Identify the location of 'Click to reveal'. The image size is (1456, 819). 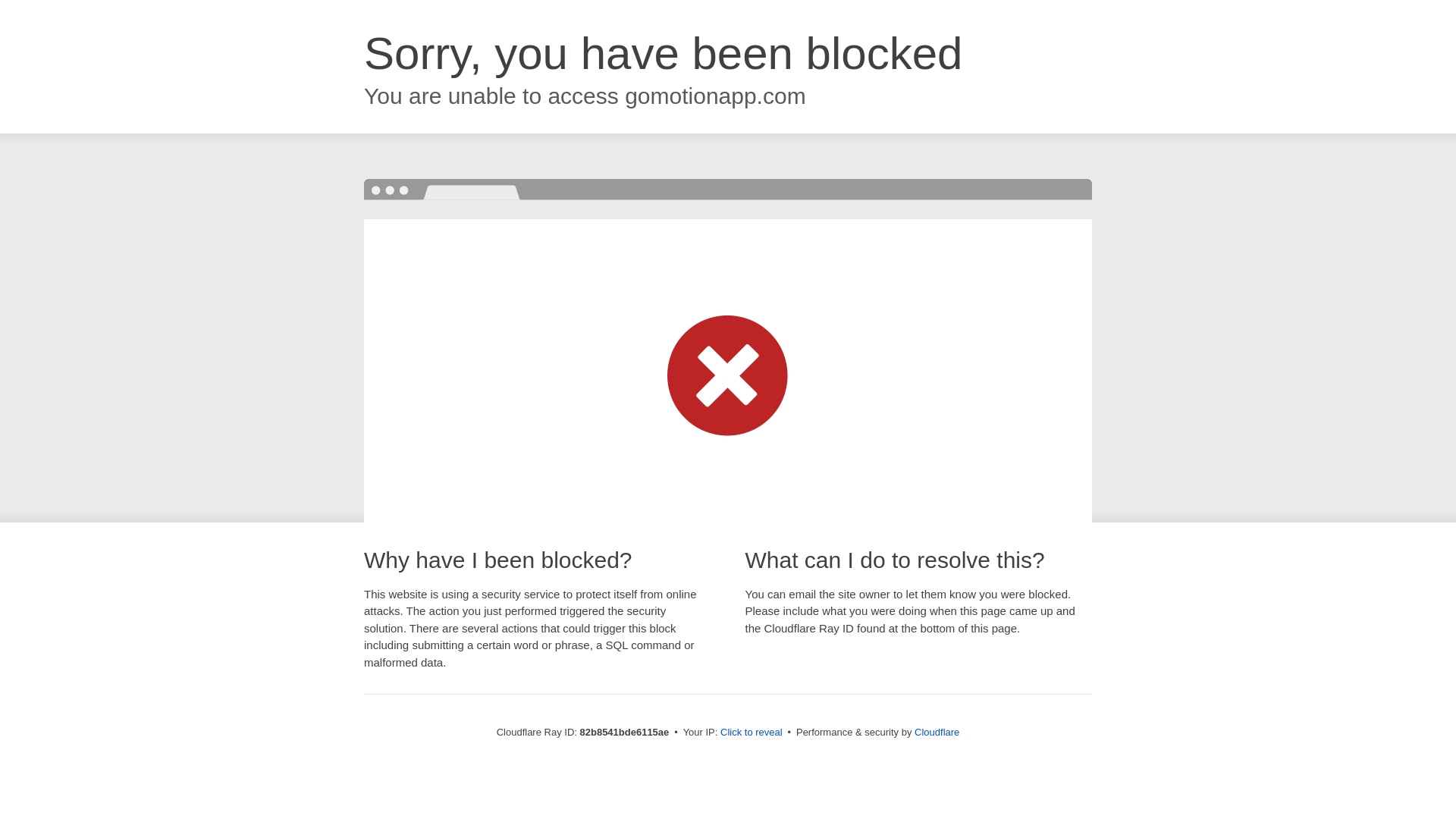
(751, 731).